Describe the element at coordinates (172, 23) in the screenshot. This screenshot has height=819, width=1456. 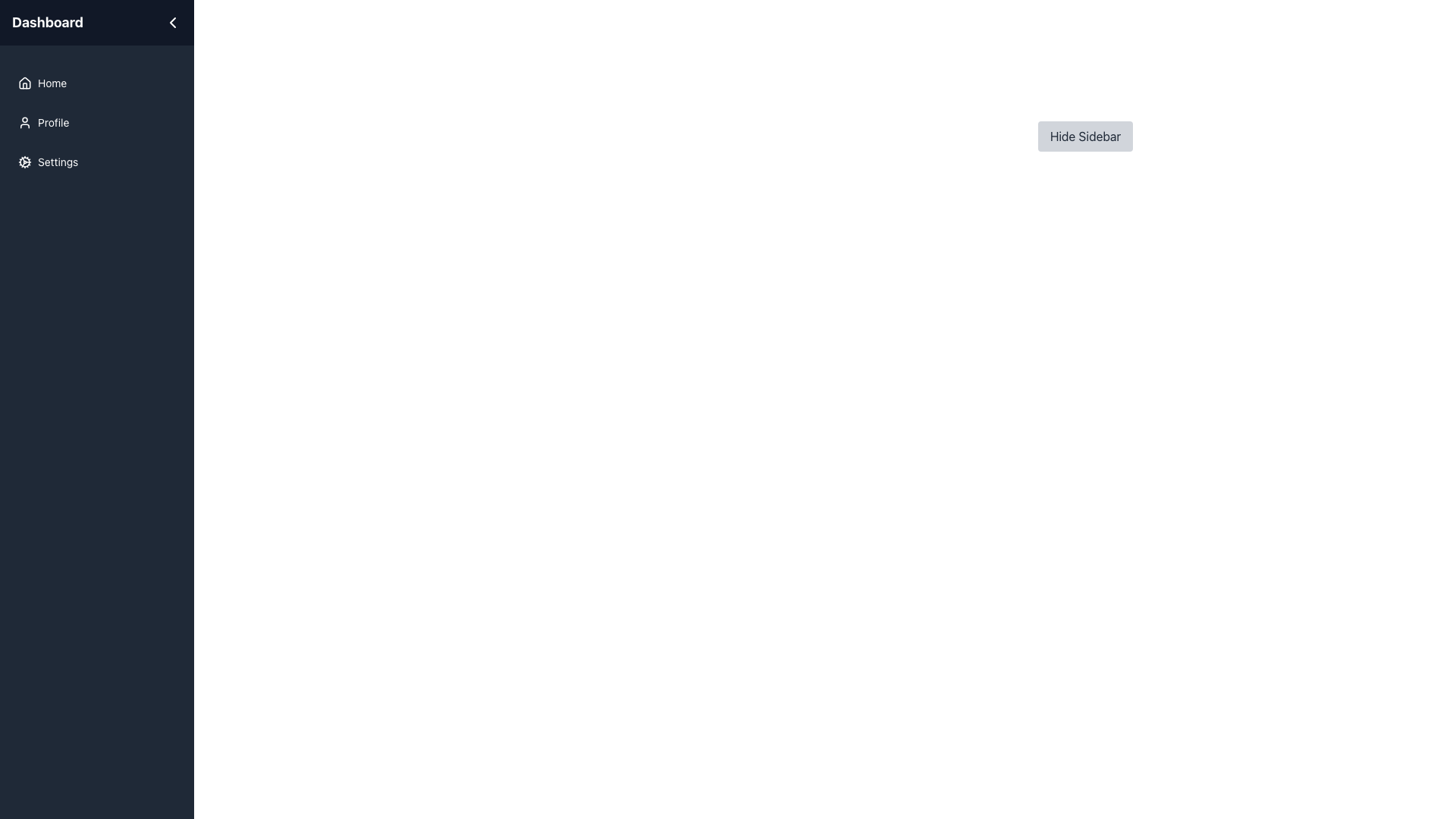
I see `the navigational button icon located at the far right of the navigation header bar, adjacent to the 'Dashboard' title` at that location.